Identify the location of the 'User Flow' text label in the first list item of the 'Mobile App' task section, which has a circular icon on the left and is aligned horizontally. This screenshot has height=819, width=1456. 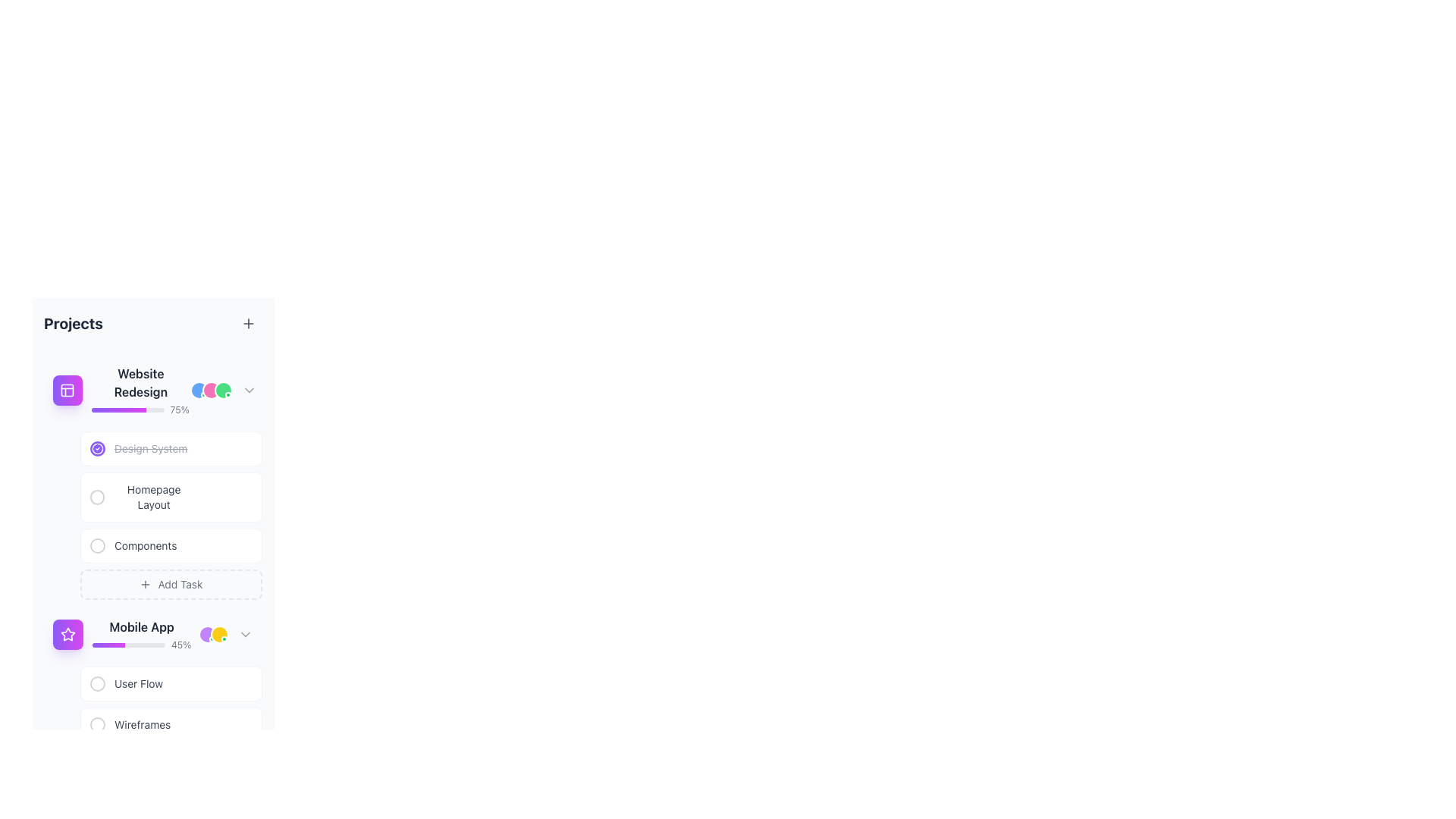
(127, 684).